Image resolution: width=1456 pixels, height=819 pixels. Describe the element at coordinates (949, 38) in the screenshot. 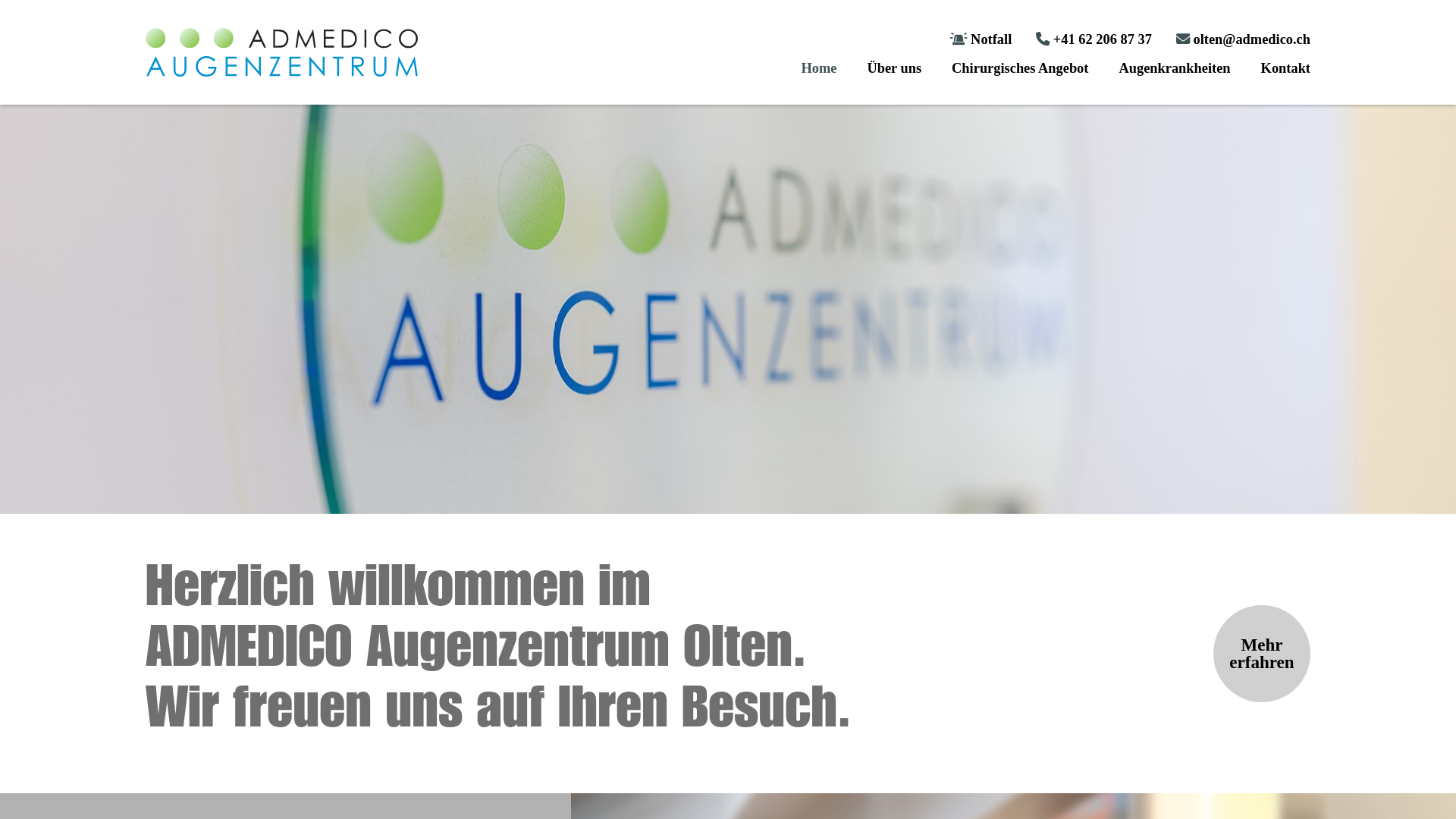

I see `'Notfall'` at that location.